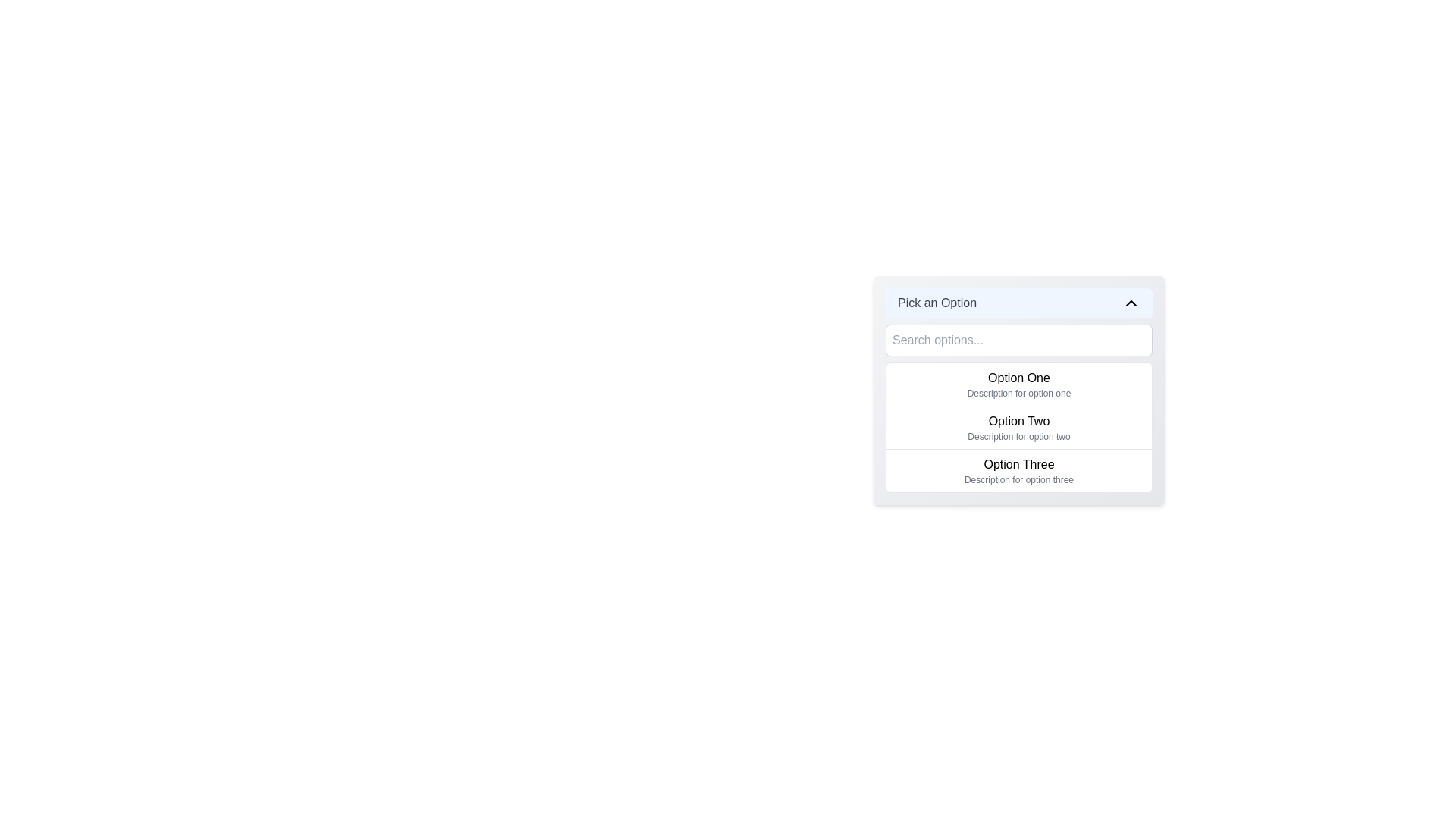 The height and width of the screenshot is (819, 1456). Describe the element at coordinates (1019, 469) in the screenshot. I see `the selectable list item labeled 'Option Three' which is the third option under the heading 'Pick an Option.'` at that location.